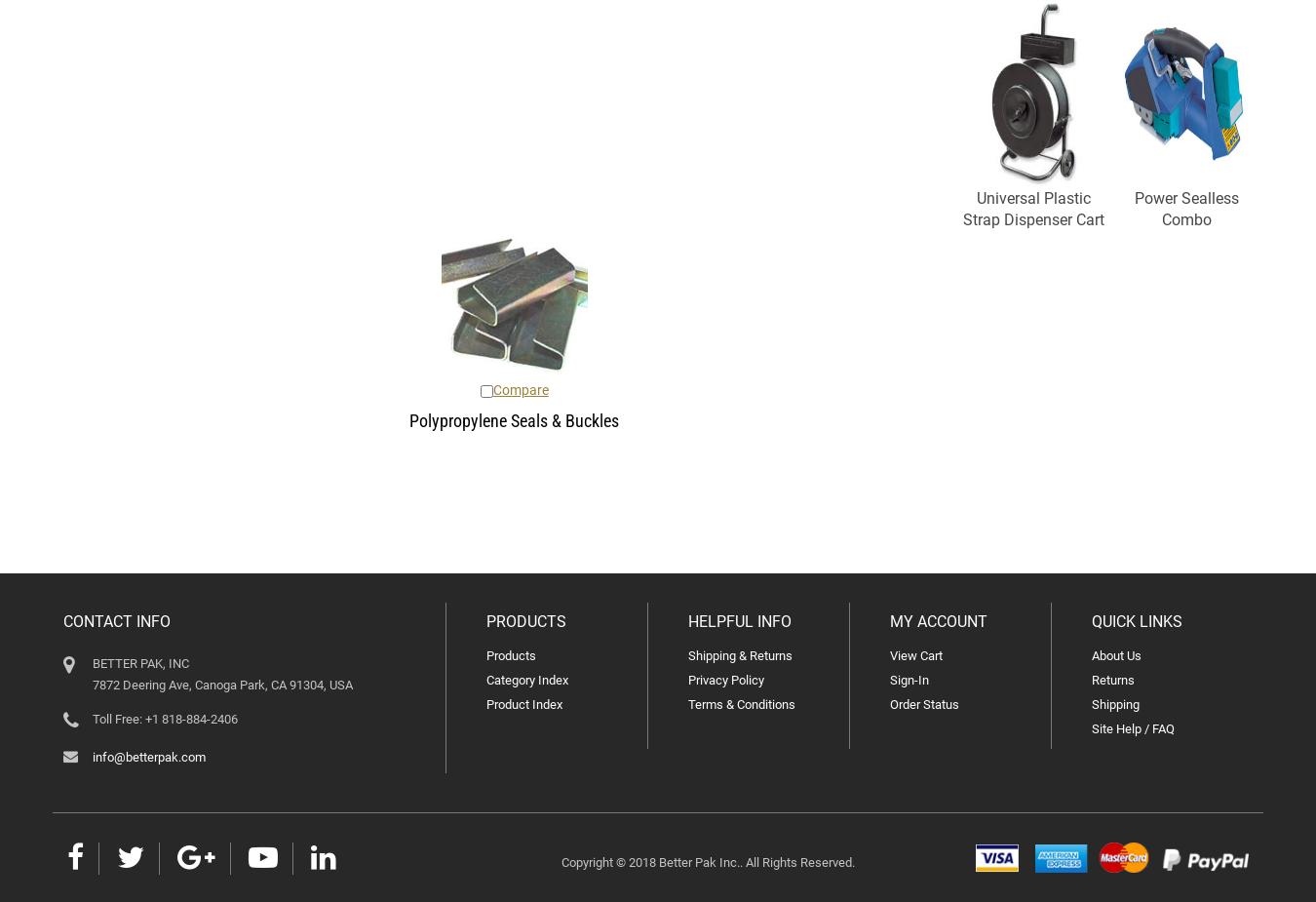 The image size is (1316, 902). What do you see at coordinates (740, 704) in the screenshot?
I see `'Terms & Conditions'` at bounding box center [740, 704].